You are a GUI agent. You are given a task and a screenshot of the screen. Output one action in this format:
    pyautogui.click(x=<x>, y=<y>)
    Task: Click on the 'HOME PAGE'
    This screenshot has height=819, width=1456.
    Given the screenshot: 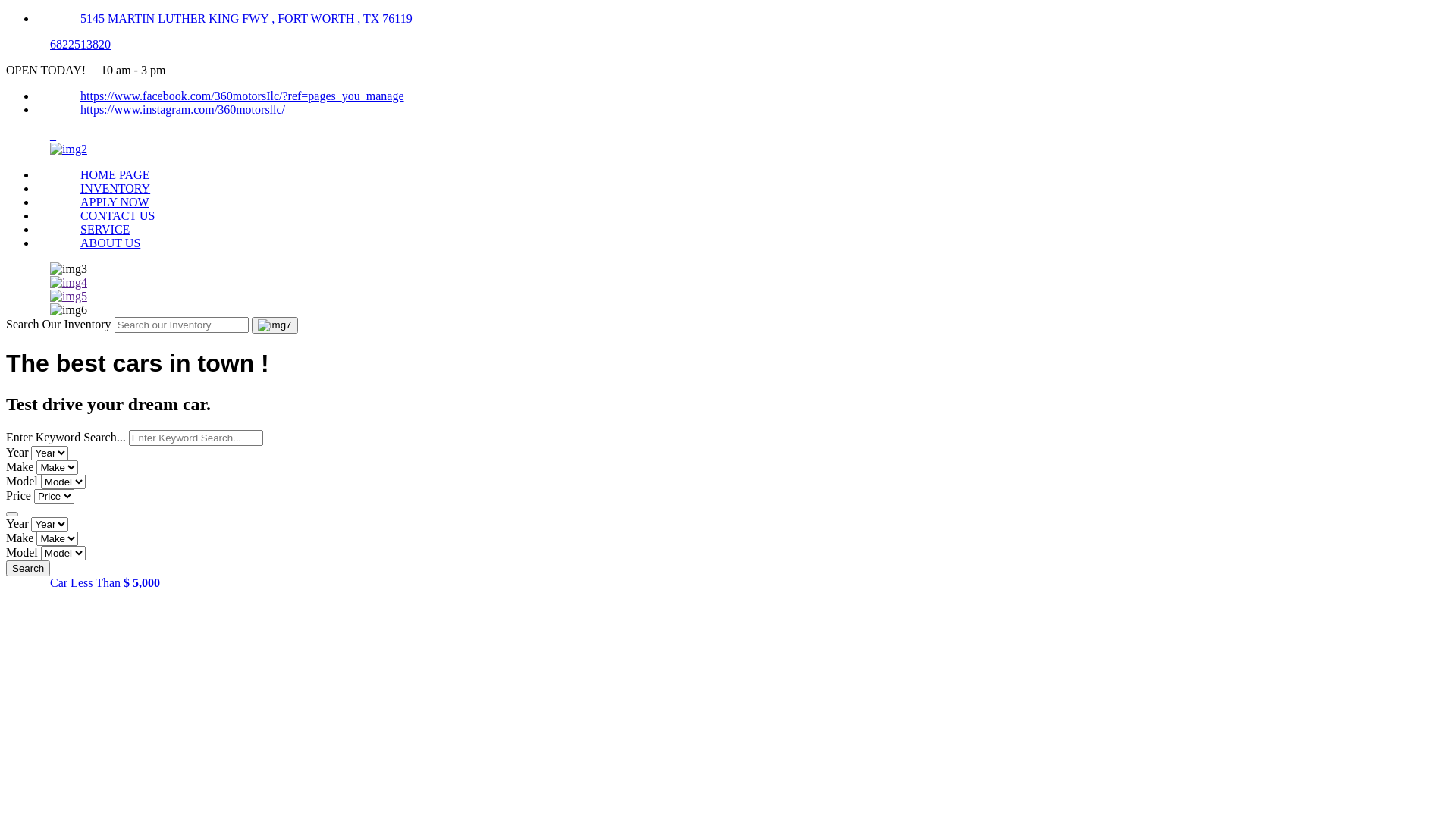 What is the action you would take?
    pyautogui.click(x=114, y=174)
    